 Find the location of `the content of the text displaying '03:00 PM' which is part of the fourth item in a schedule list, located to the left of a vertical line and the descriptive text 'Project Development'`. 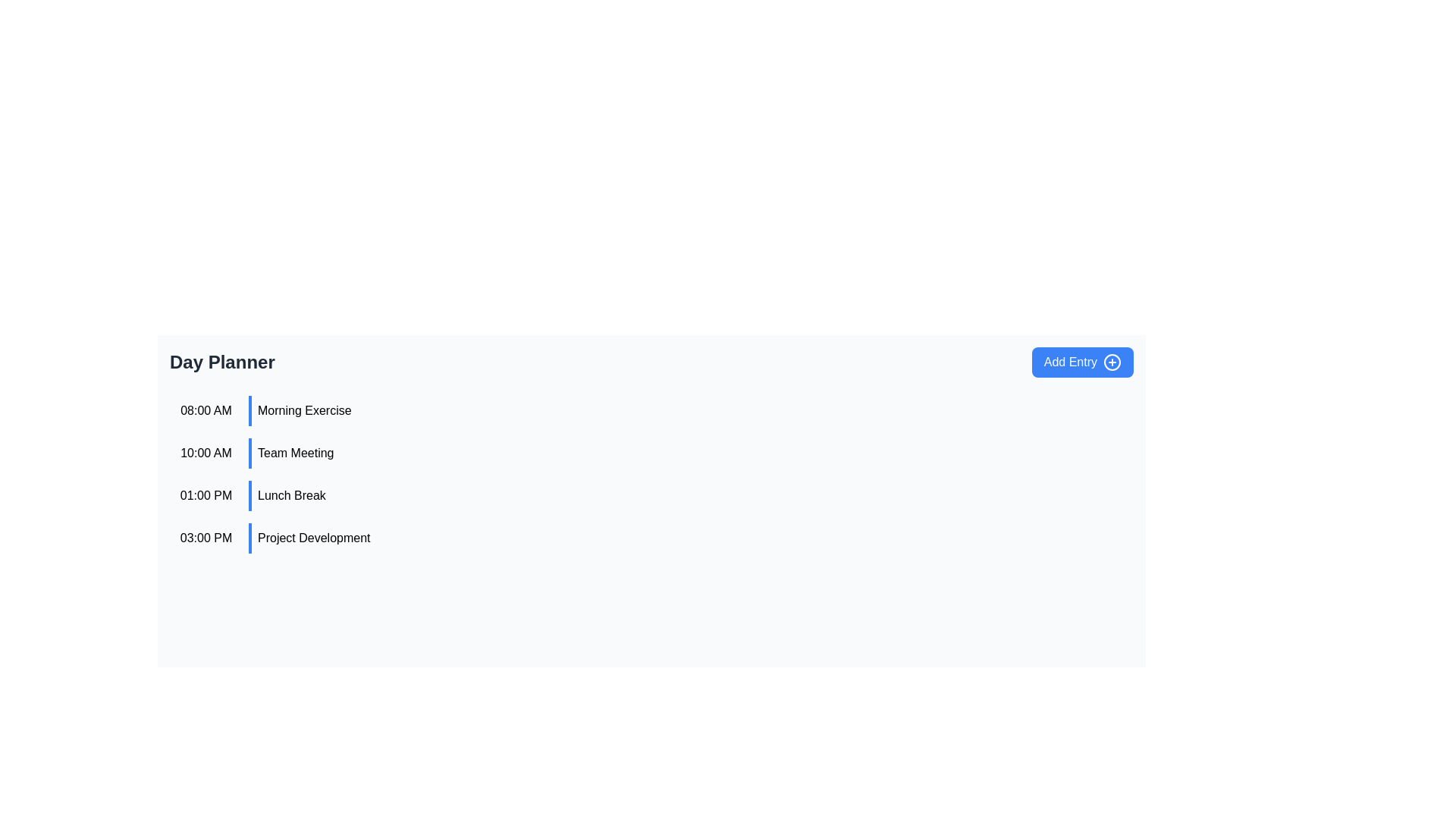

the content of the text displaying '03:00 PM' which is part of the fourth item in a schedule list, located to the left of a vertical line and the descriptive text 'Project Development' is located at coordinates (206, 537).